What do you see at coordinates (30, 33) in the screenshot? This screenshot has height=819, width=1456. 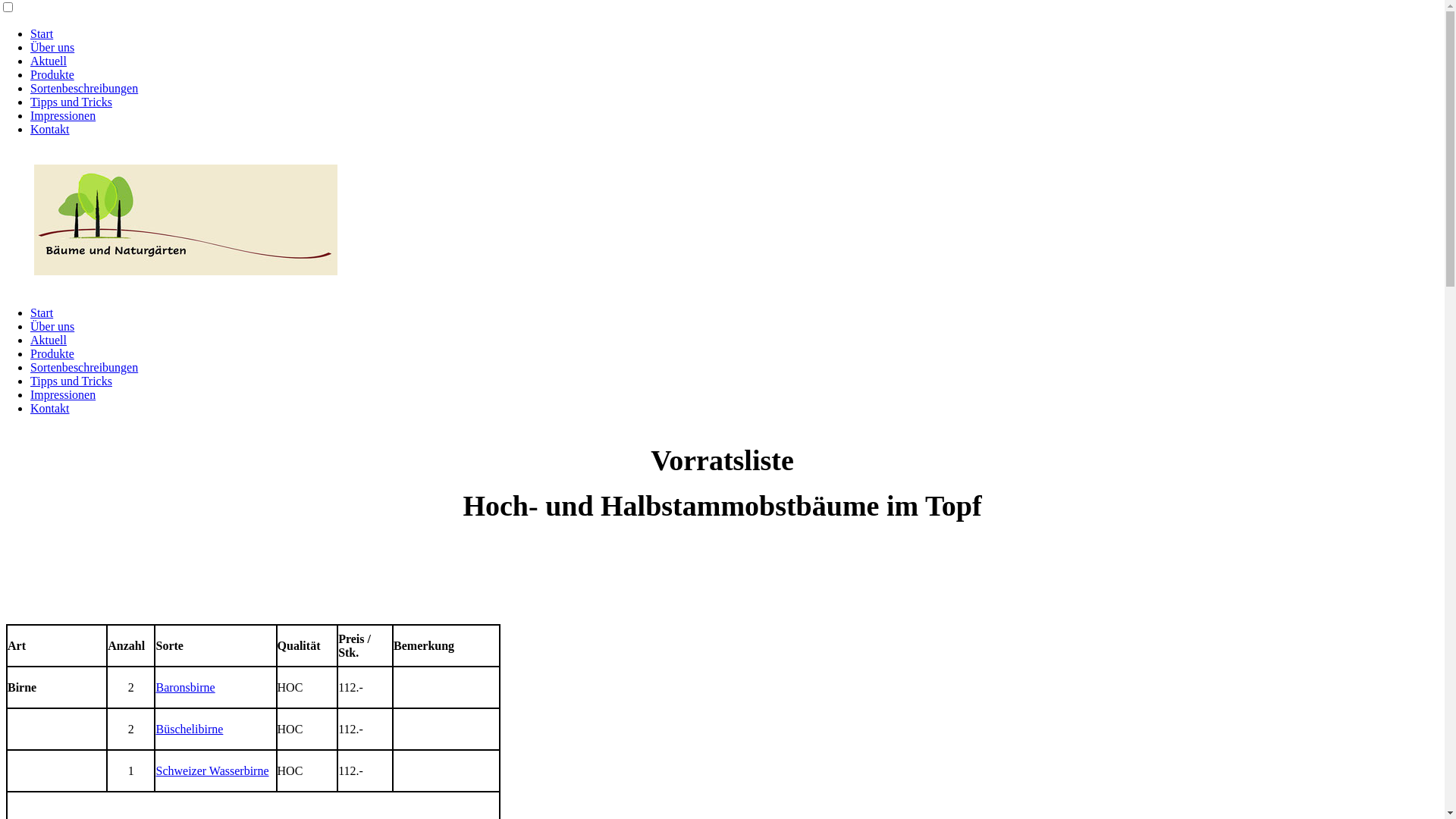 I see `'Start'` at bounding box center [30, 33].